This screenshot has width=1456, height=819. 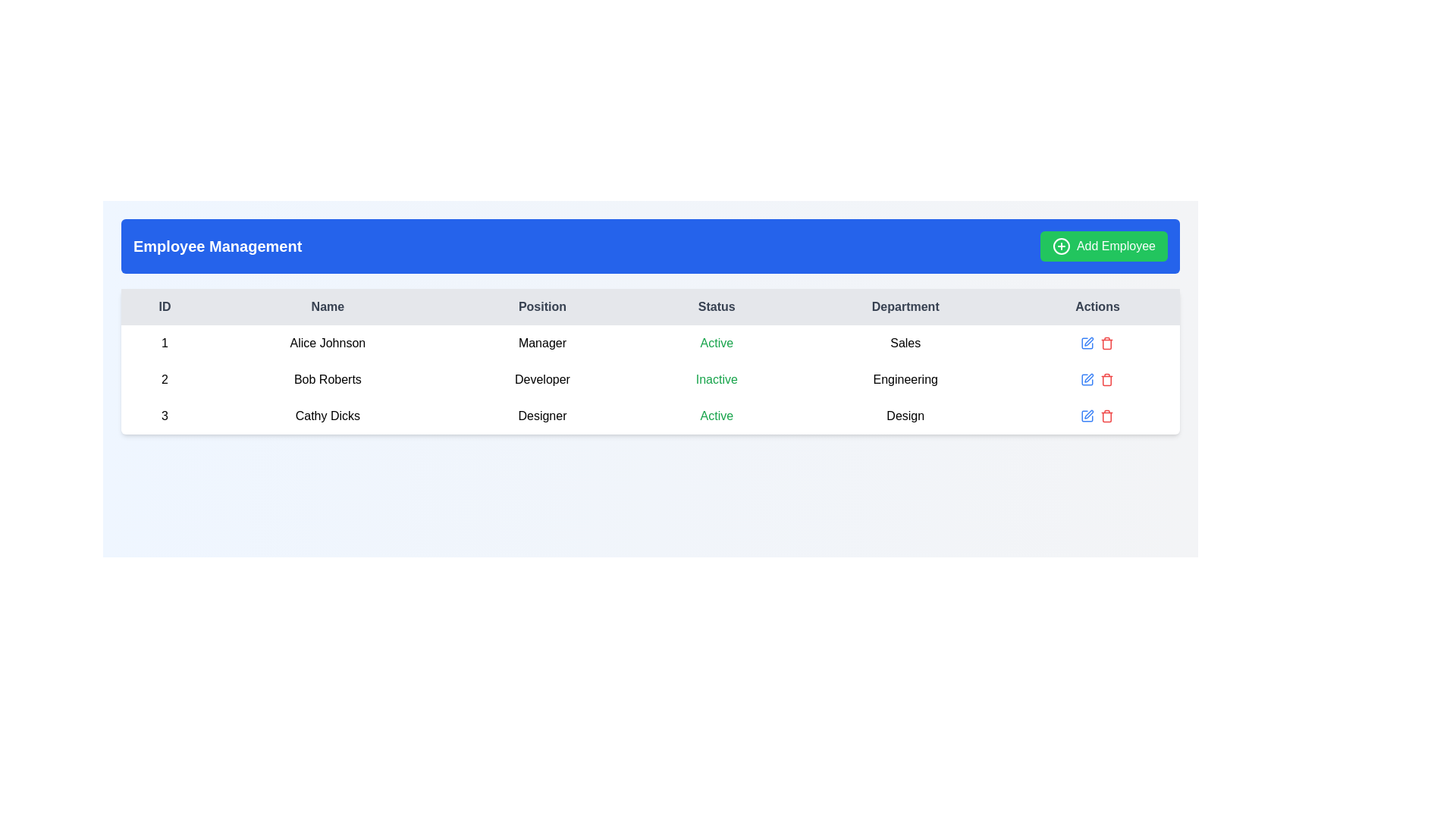 What do you see at coordinates (1107, 380) in the screenshot?
I see `the trash can icon in the 'Actions' column for 'Bob Roberts' to interact with the delete action` at bounding box center [1107, 380].